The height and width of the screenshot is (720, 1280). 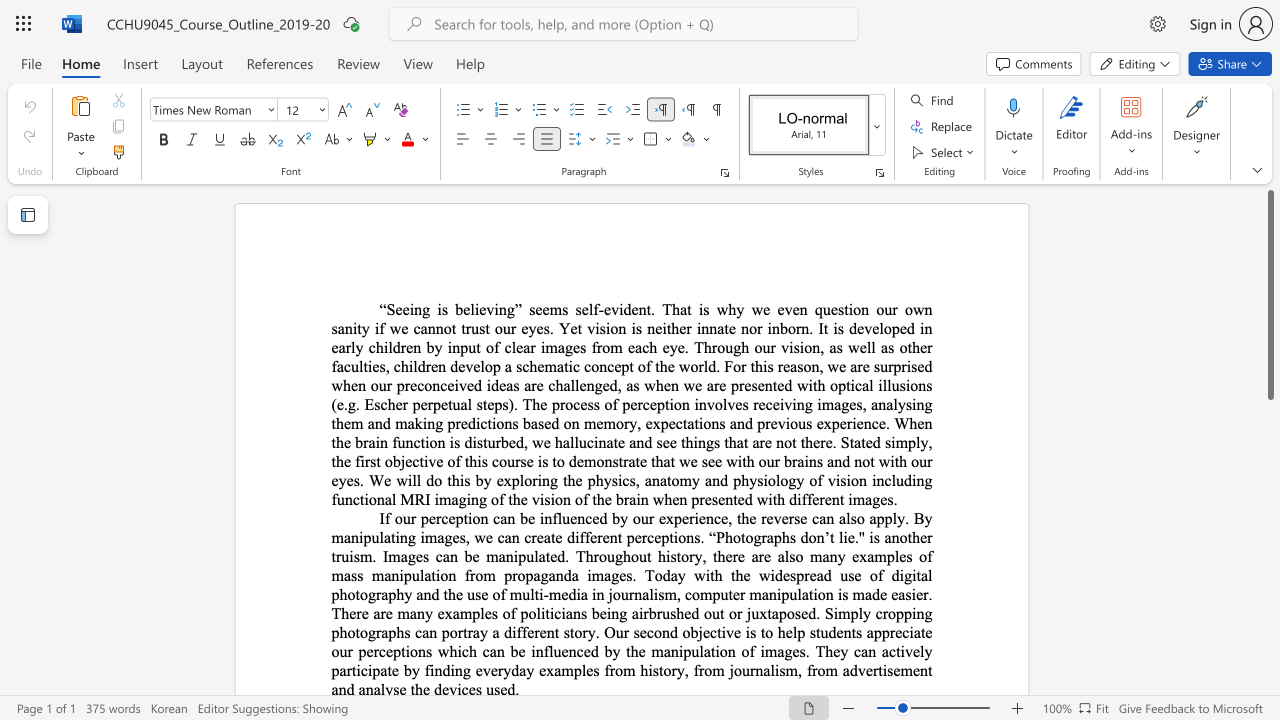 I want to click on the scrollbar to scroll the page down, so click(x=1269, y=408).